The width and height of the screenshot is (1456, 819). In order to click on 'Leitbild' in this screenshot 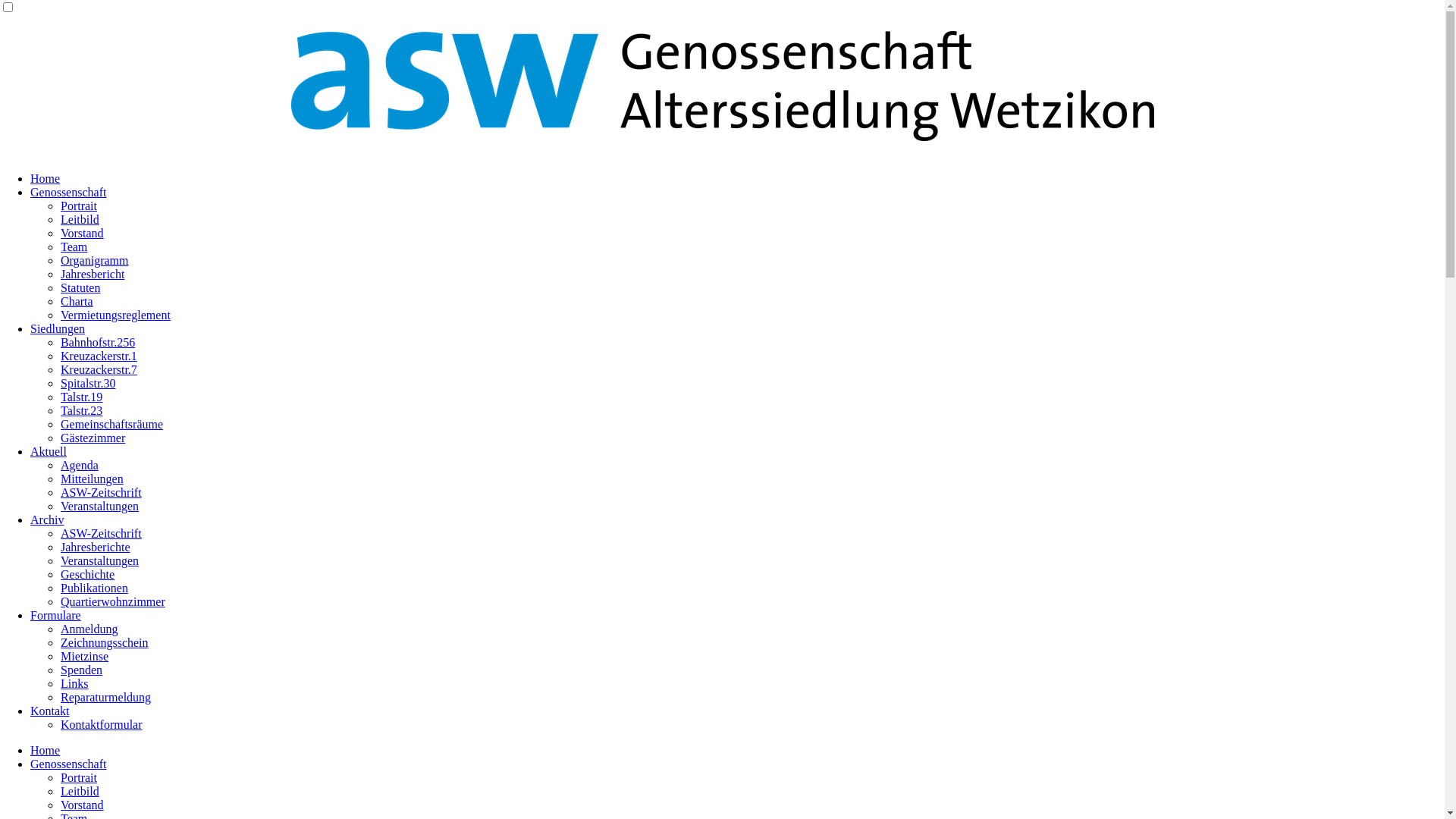, I will do `click(79, 790)`.